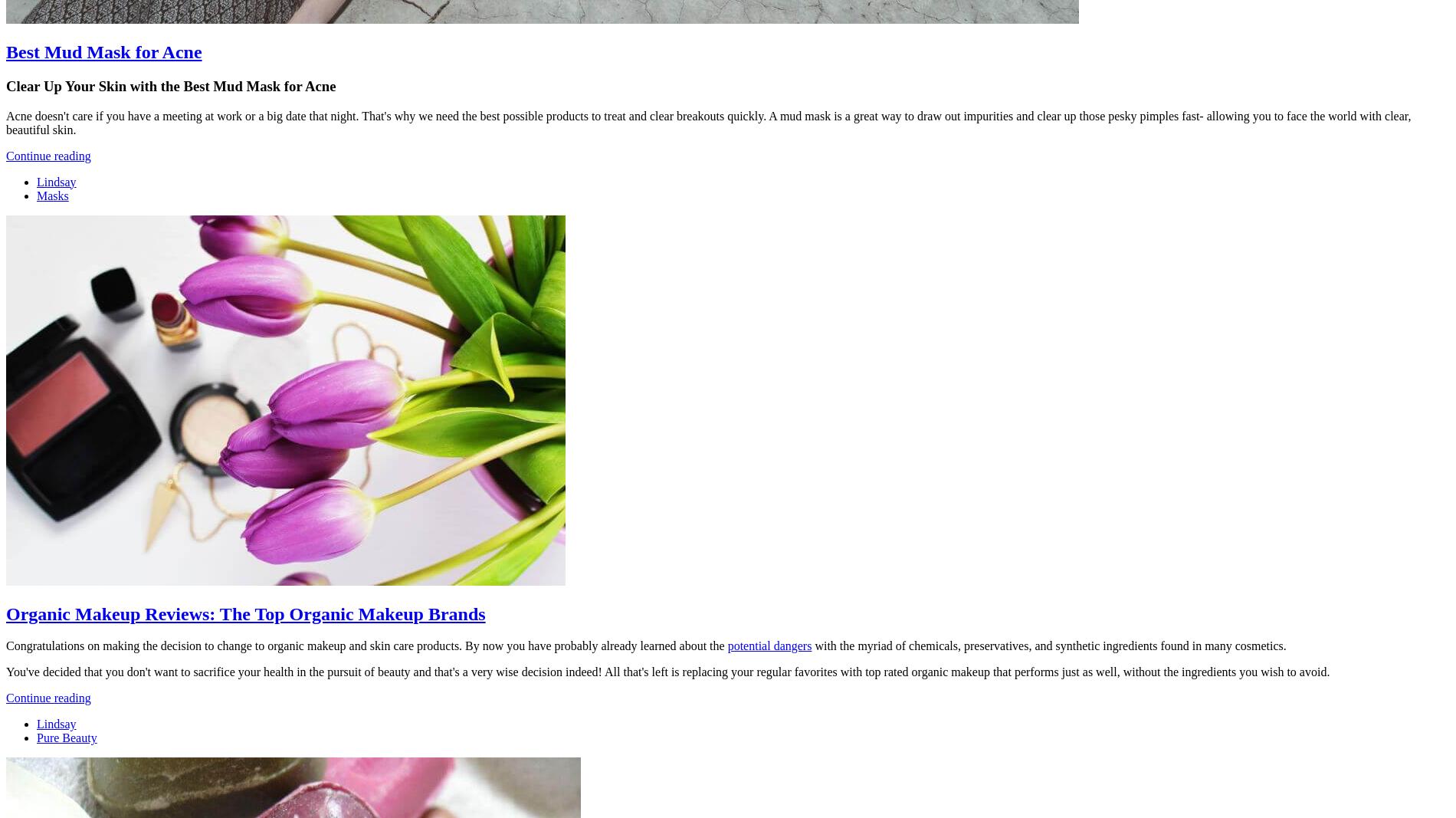 Image resolution: width=1456 pixels, height=818 pixels. Describe the element at coordinates (52, 195) in the screenshot. I see `'Masks'` at that location.